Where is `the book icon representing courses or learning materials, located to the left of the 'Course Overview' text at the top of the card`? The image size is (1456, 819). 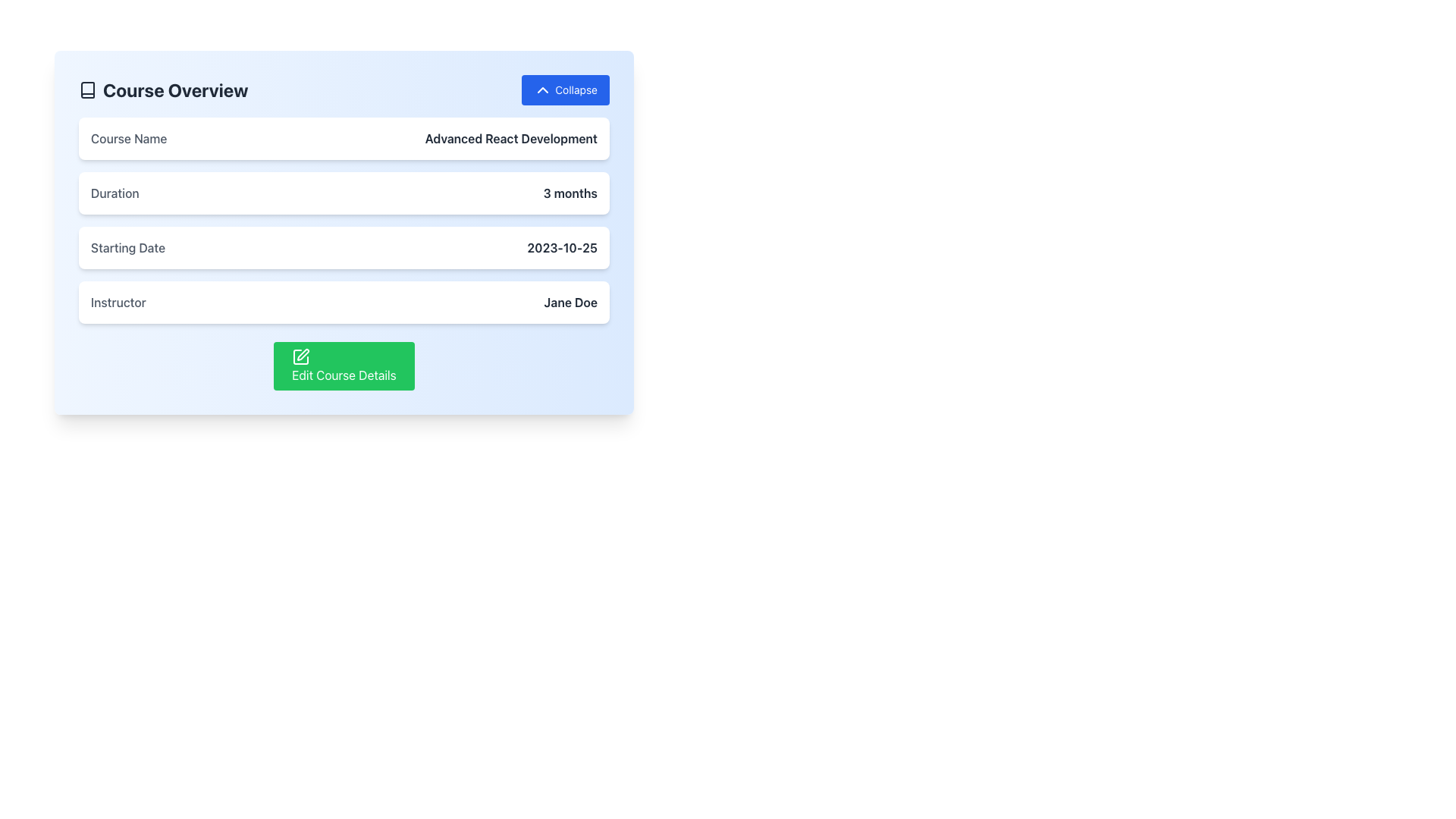
the book icon representing courses or learning materials, located to the left of the 'Course Overview' text at the top of the card is located at coordinates (86, 90).